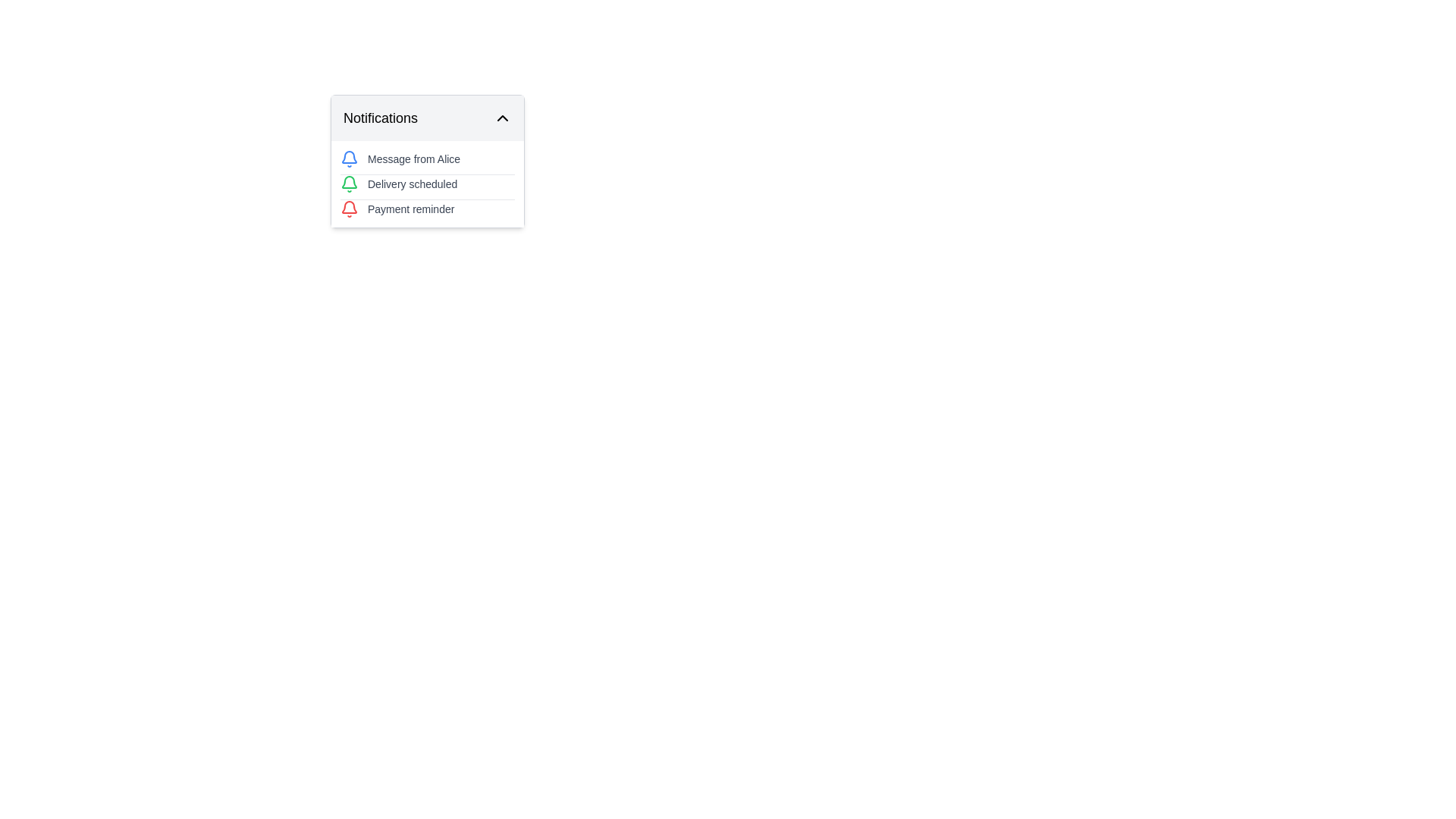 This screenshot has height=819, width=1456. I want to click on the first notification item in the Notifications section, which displays a blue bell icon and the text 'Message from Alice', so click(427, 158).